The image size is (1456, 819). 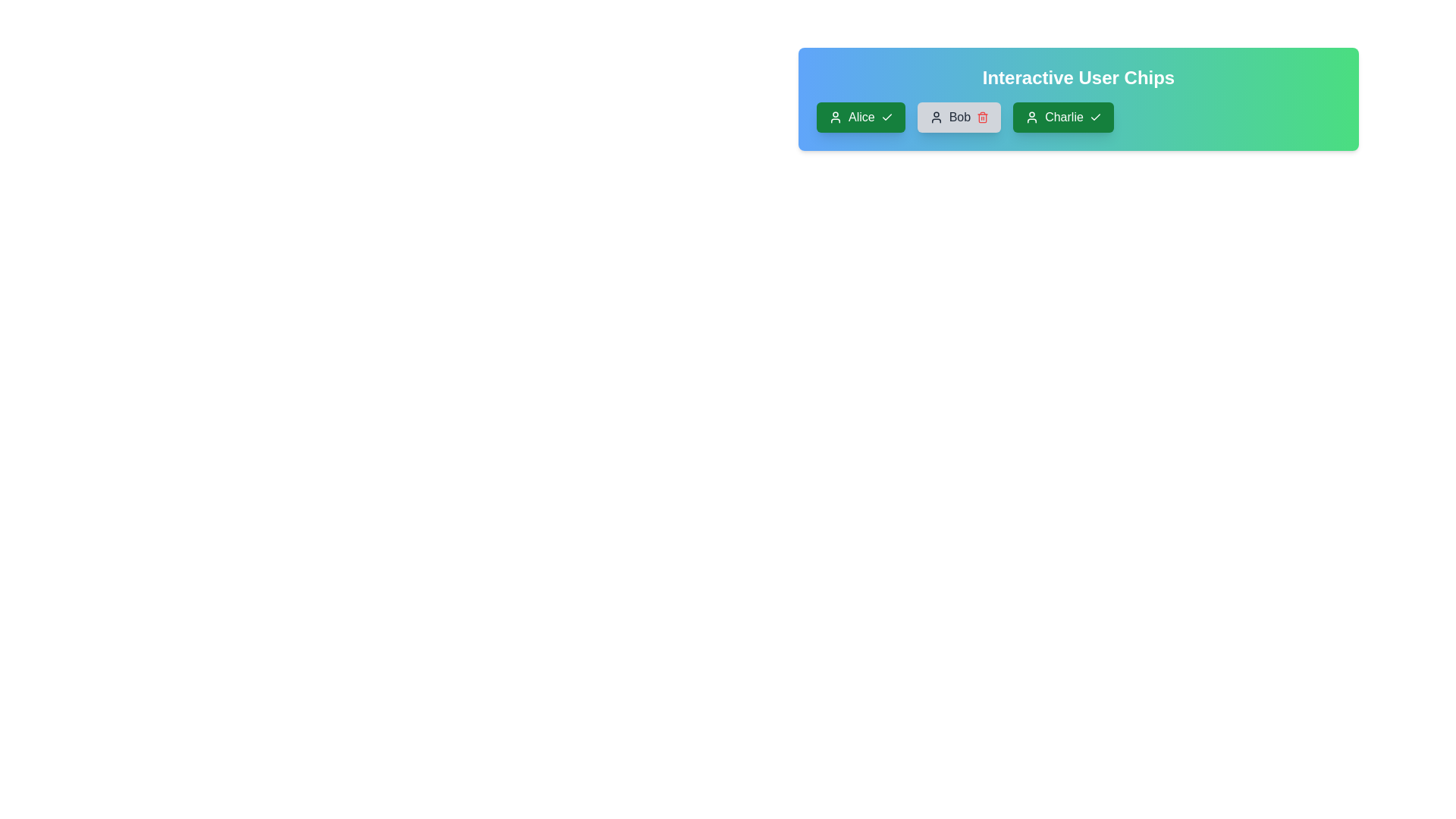 I want to click on the user chip labeled Bob, so click(x=958, y=116).